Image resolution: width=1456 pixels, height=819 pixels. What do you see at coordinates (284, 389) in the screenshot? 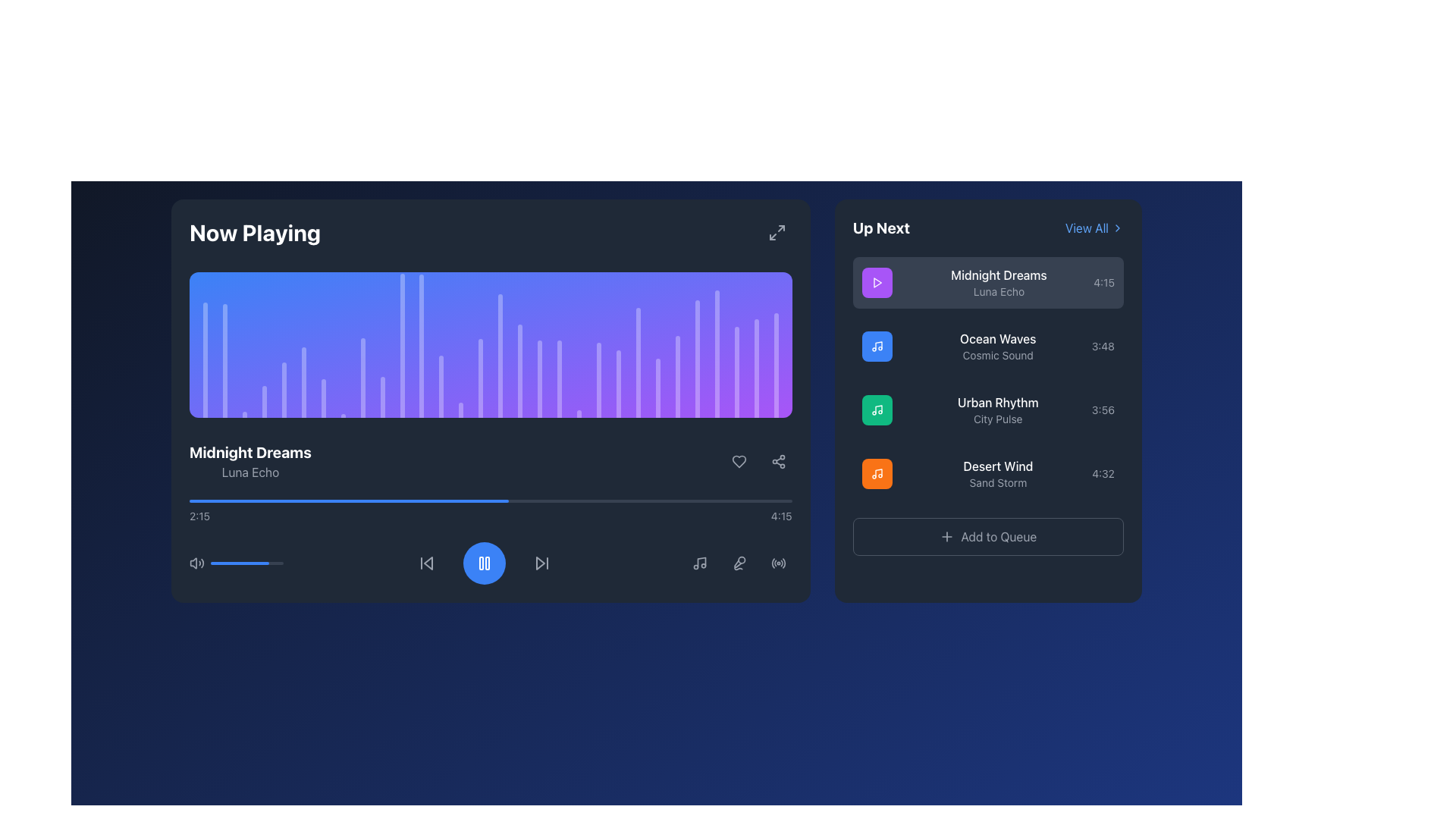
I see `the fifth bar in the visual equalizer that represents frequency amplitude, which dynamically changes height to reflect sound levels` at bounding box center [284, 389].